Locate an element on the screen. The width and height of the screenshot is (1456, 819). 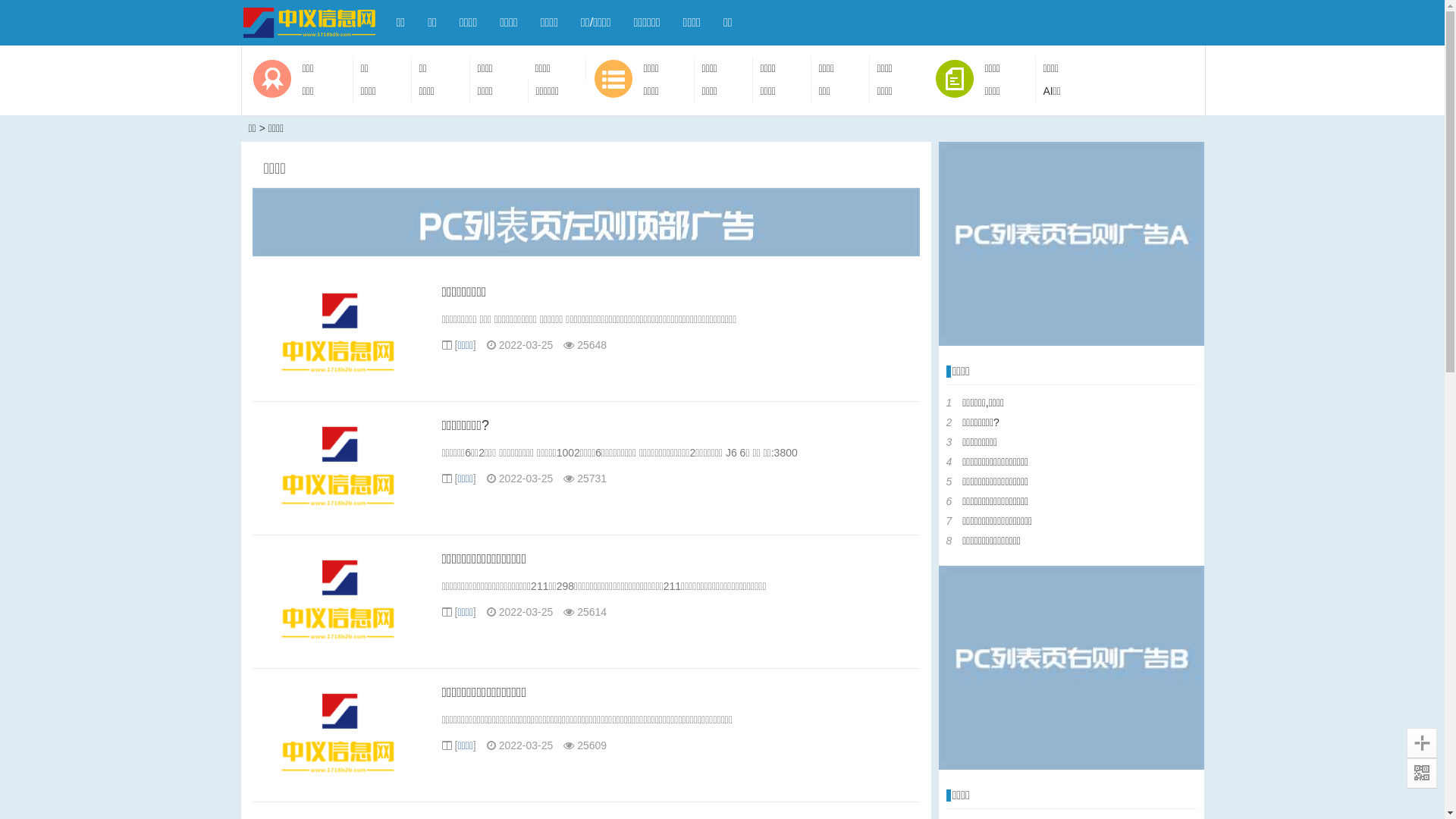
'QR Code' is located at coordinates (1421, 773).